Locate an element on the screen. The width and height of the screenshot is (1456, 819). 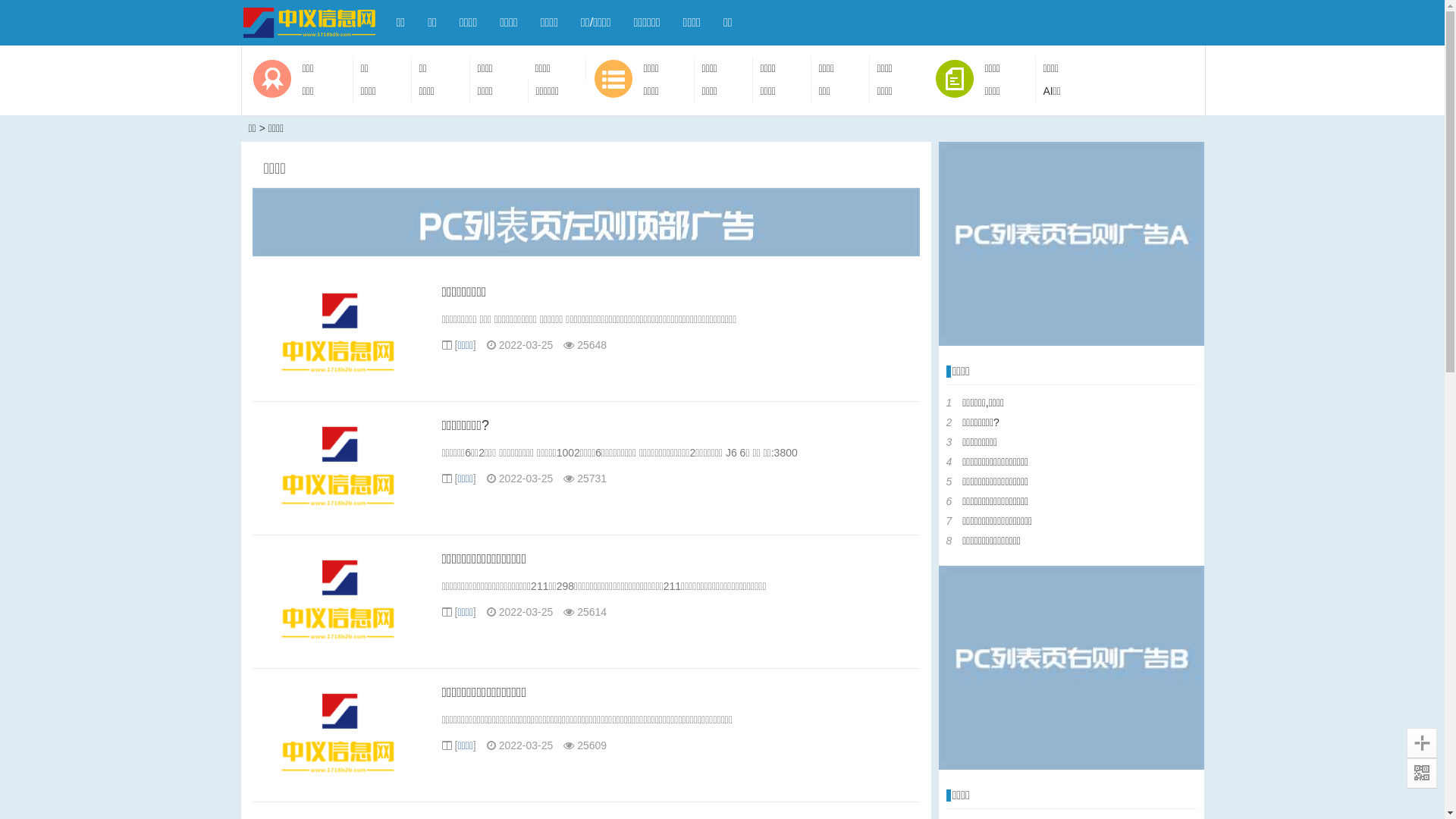
'QR Code' is located at coordinates (1421, 773).